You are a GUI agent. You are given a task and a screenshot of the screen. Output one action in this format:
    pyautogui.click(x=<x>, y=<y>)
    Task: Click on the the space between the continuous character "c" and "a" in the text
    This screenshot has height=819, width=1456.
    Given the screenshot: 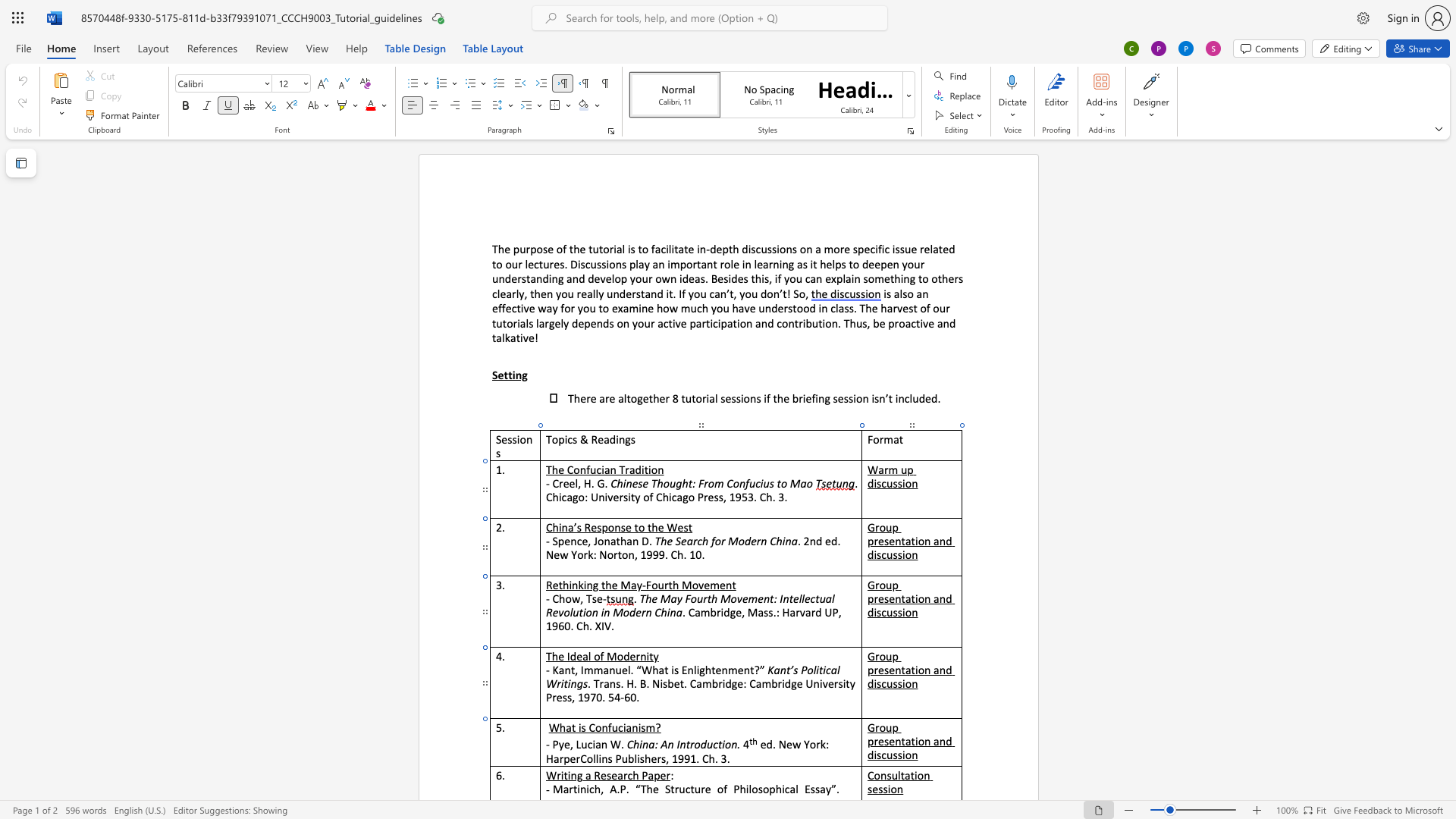 What is the action you would take?
    pyautogui.click(x=830, y=669)
    